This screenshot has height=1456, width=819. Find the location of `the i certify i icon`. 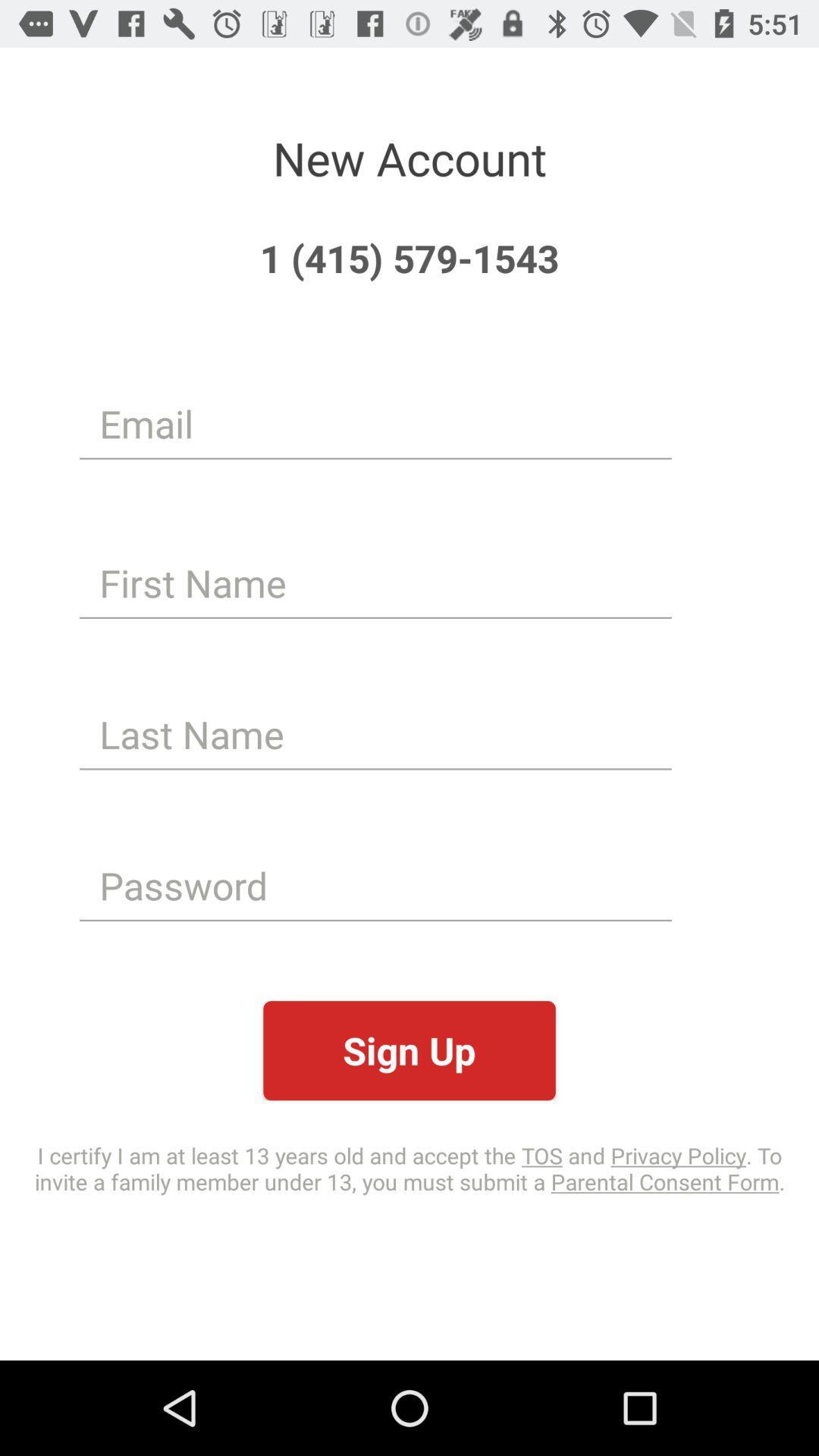

the i certify i icon is located at coordinates (409, 1167).